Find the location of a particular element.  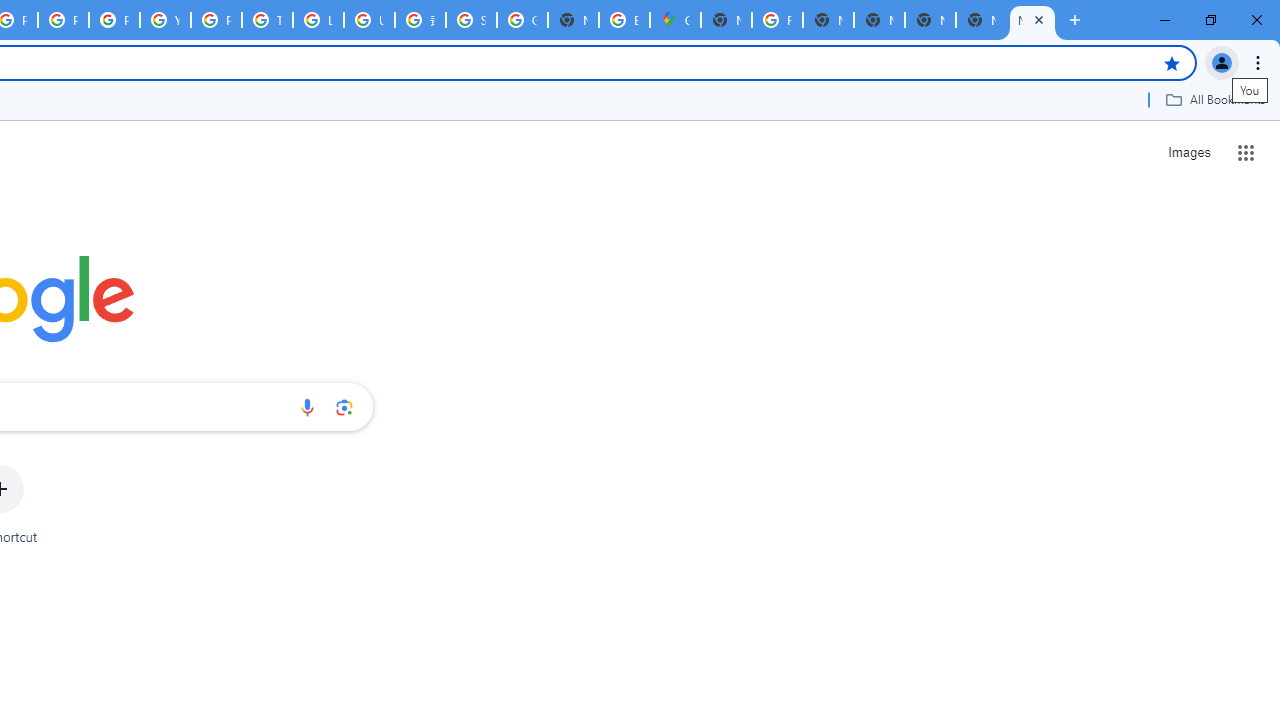

'Search by image' is located at coordinates (344, 406).